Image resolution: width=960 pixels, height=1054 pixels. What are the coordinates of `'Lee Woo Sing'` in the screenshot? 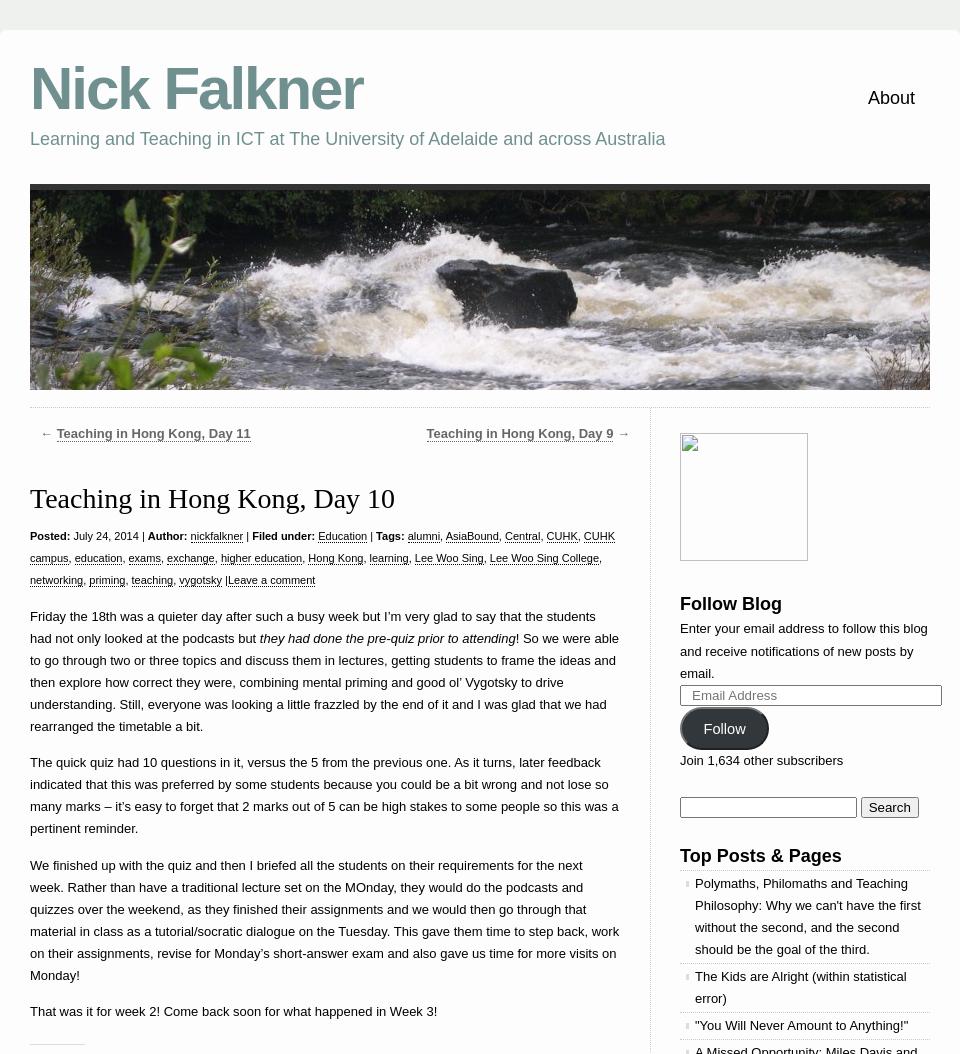 It's located at (448, 557).